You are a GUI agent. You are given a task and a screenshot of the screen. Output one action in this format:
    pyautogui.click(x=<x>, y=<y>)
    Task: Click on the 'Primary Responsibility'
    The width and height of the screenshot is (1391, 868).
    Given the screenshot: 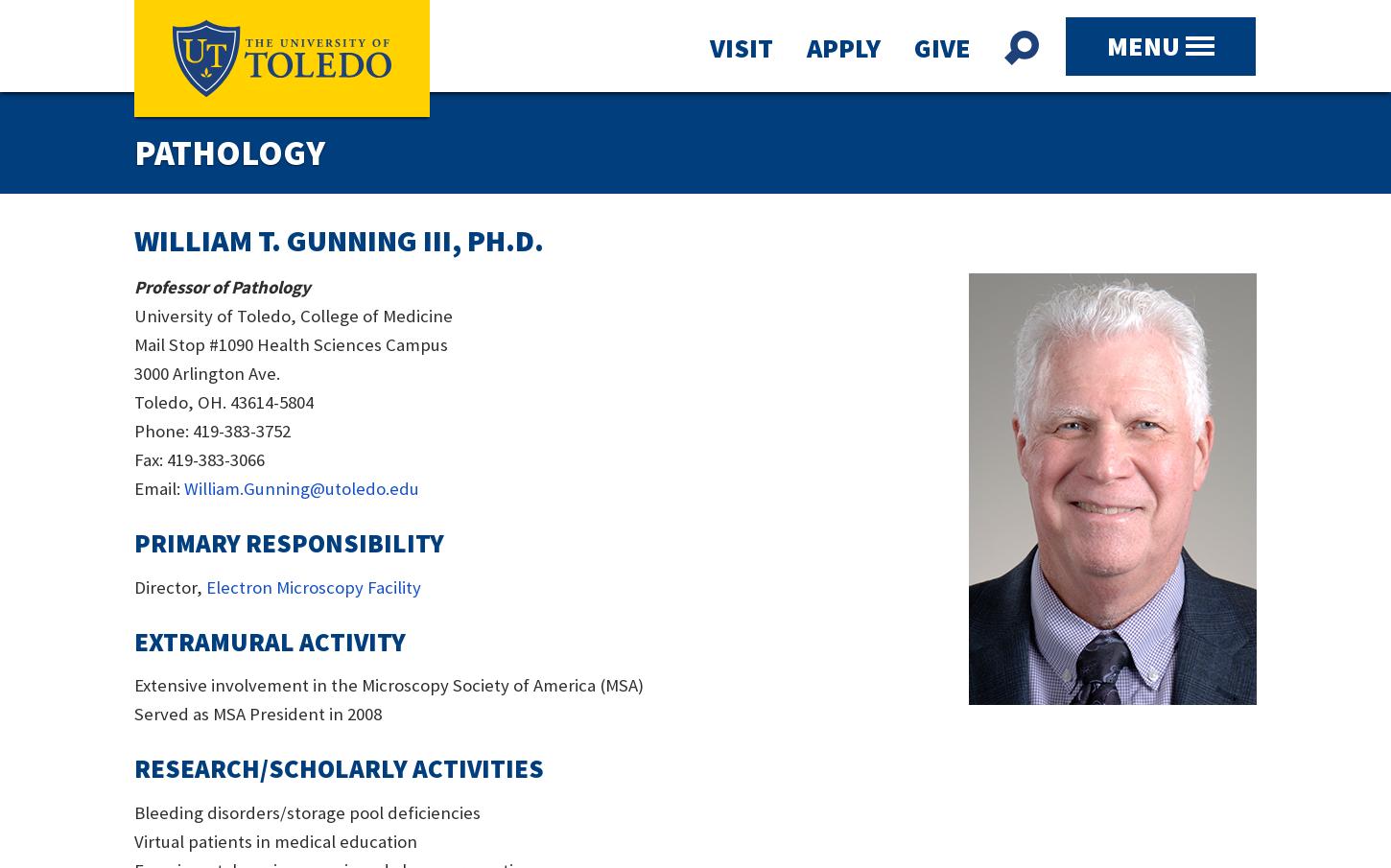 What is the action you would take?
    pyautogui.click(x=289, y=542)
    